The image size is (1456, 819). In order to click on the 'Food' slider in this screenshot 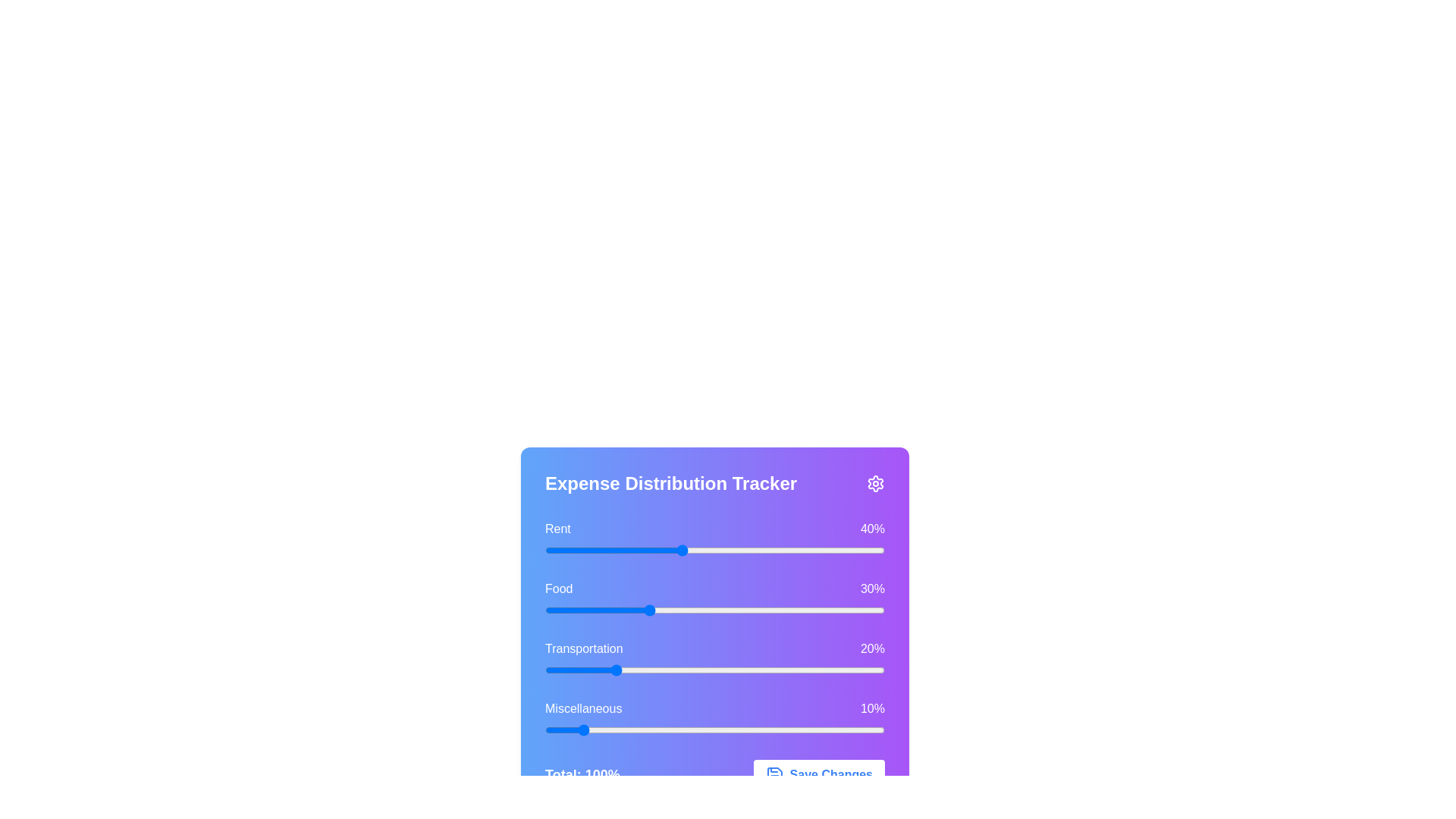, I will do `click(809, 610)`.